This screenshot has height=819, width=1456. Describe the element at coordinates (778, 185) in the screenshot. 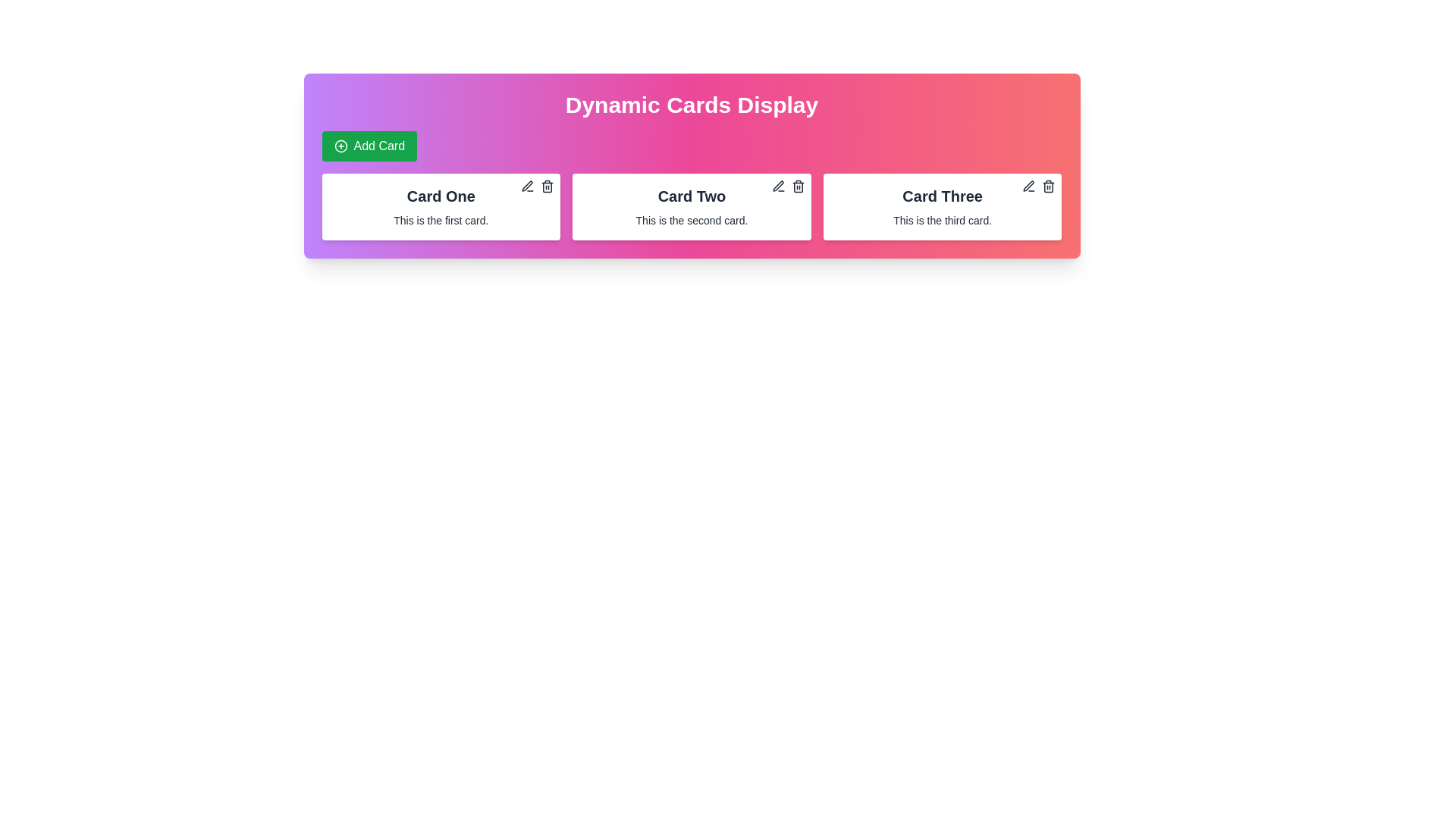

I see `the edit icon button located at the top-right edge of the 'Card Two' section to initiate editing the card` at that location.